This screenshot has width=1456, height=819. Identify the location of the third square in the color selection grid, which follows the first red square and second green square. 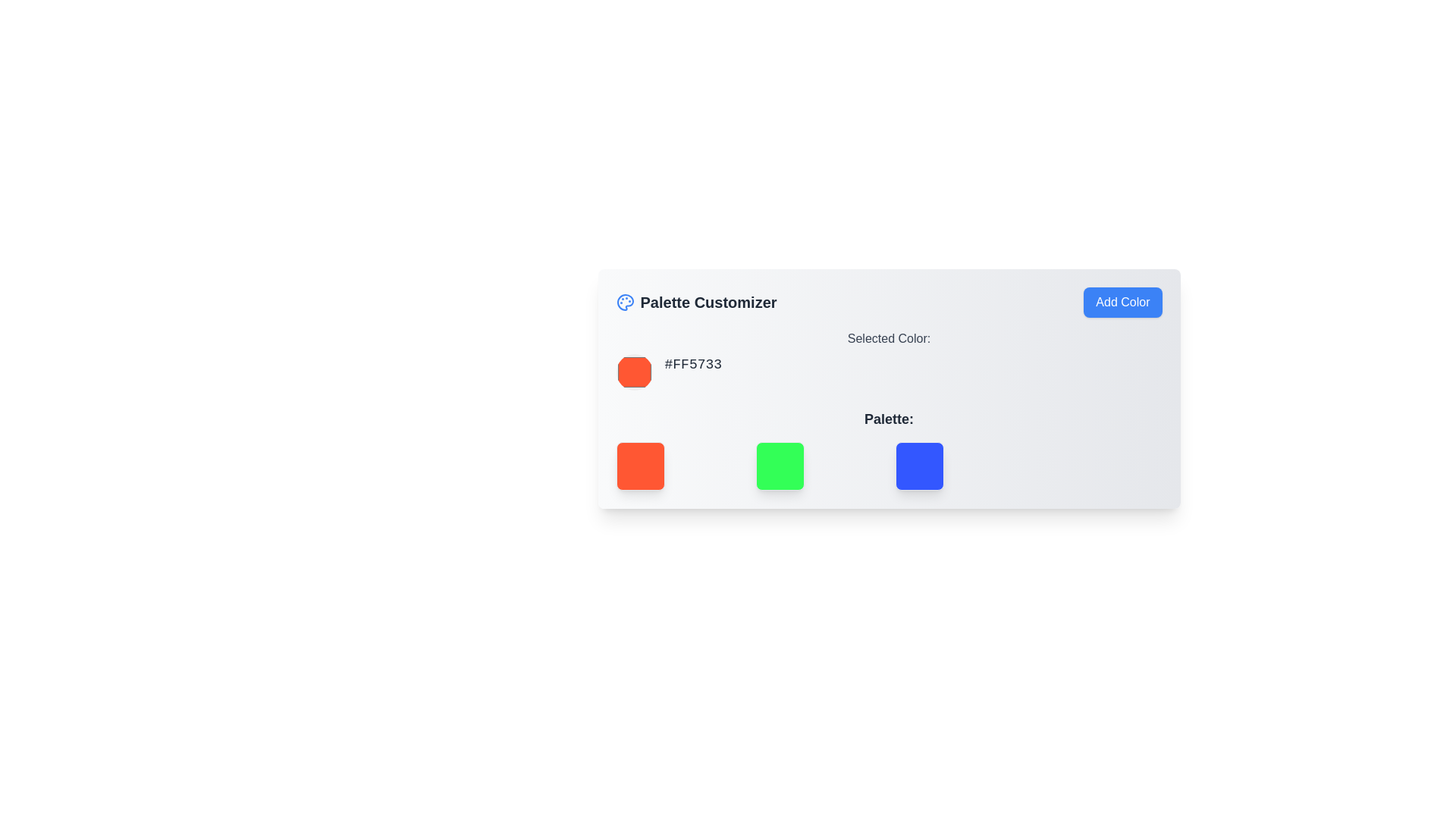
(958, 465).